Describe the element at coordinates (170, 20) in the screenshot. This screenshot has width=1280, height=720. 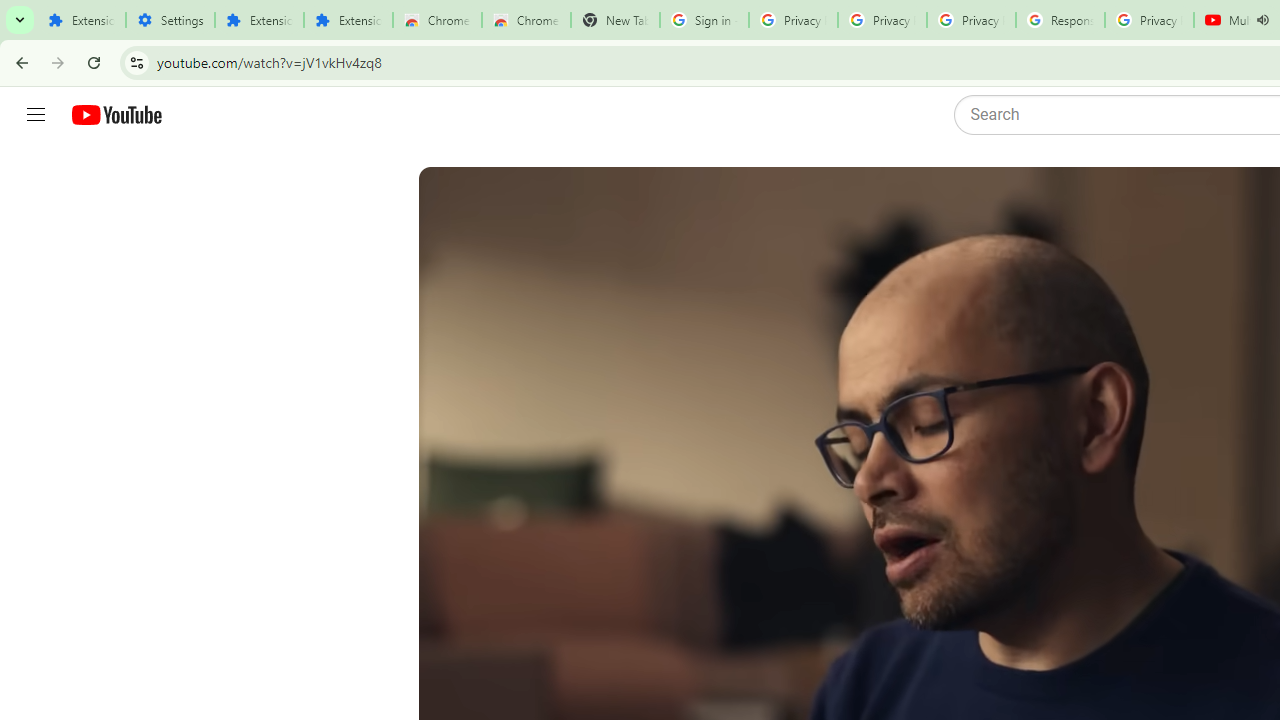
I see `'Settings'` at that location.